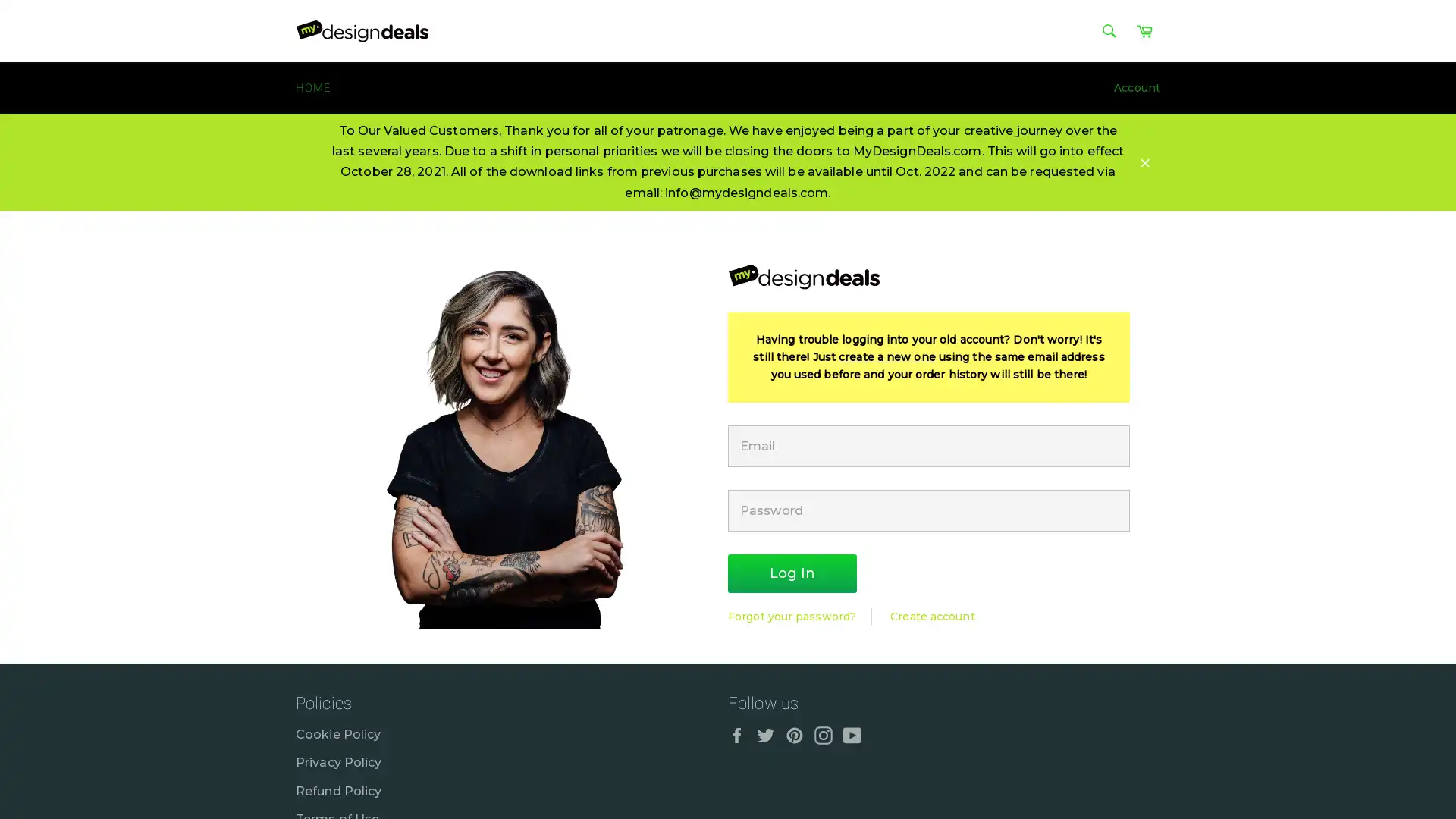 This screenshot has height=819, width=1456. Describe the element at coordinates (792, 573) in the screenshot. I see `Log In` at that location.